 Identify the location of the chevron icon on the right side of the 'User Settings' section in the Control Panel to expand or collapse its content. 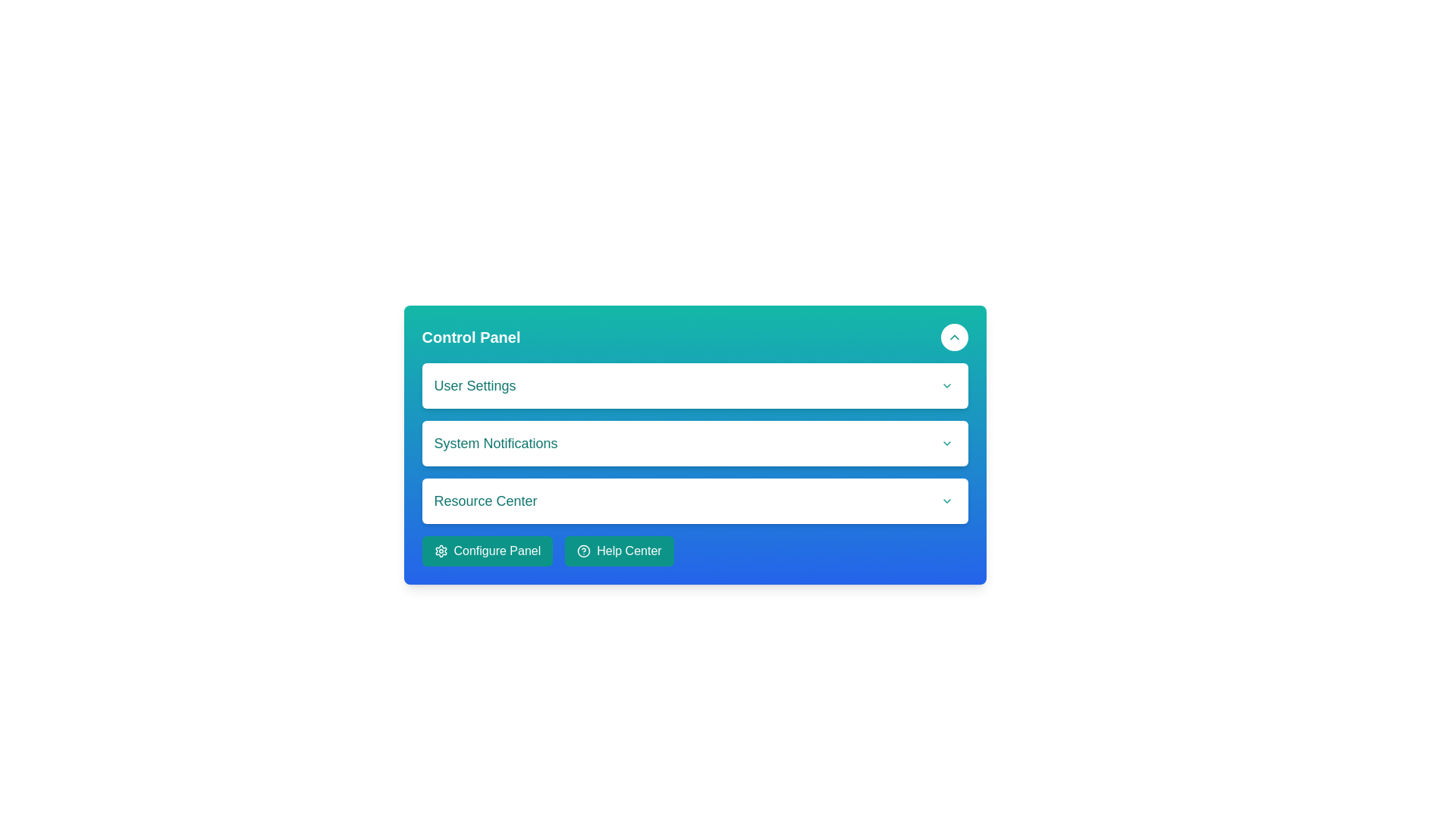
(694, 464).